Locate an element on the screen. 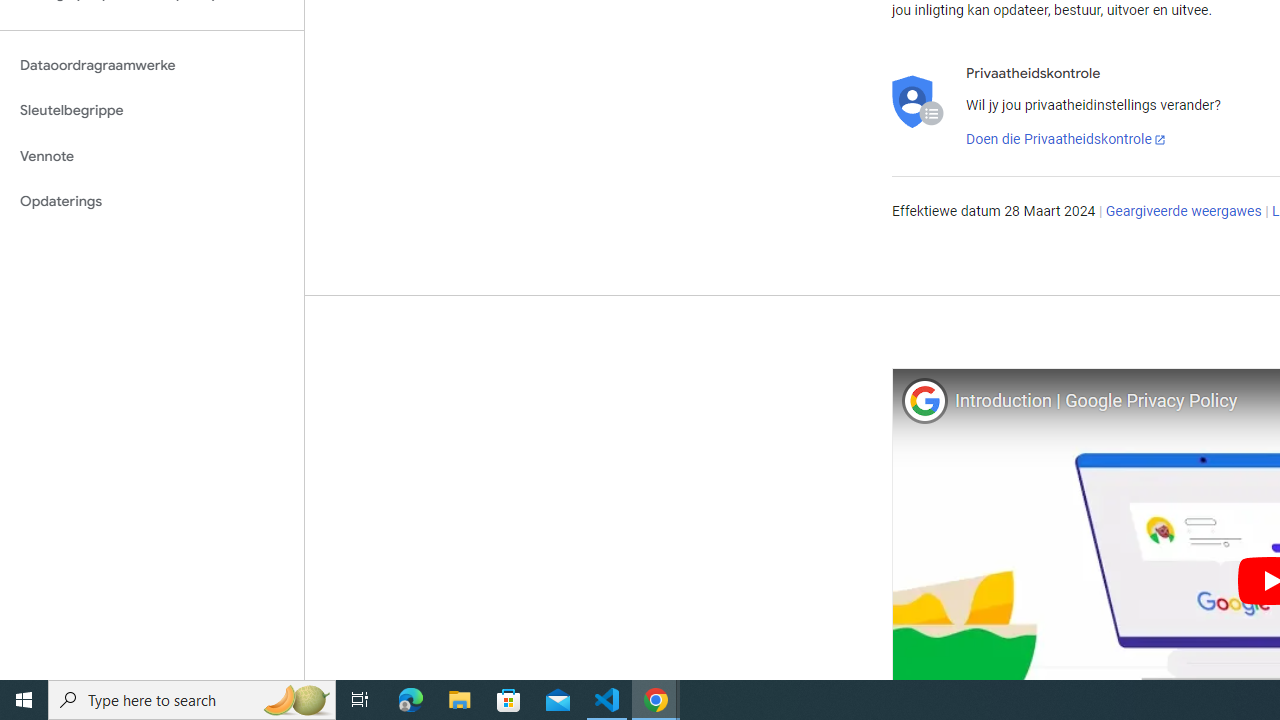 This screenshot has height=720, width=1280. 'Fotobeeld van Google' is located at coordinates (923, 400).